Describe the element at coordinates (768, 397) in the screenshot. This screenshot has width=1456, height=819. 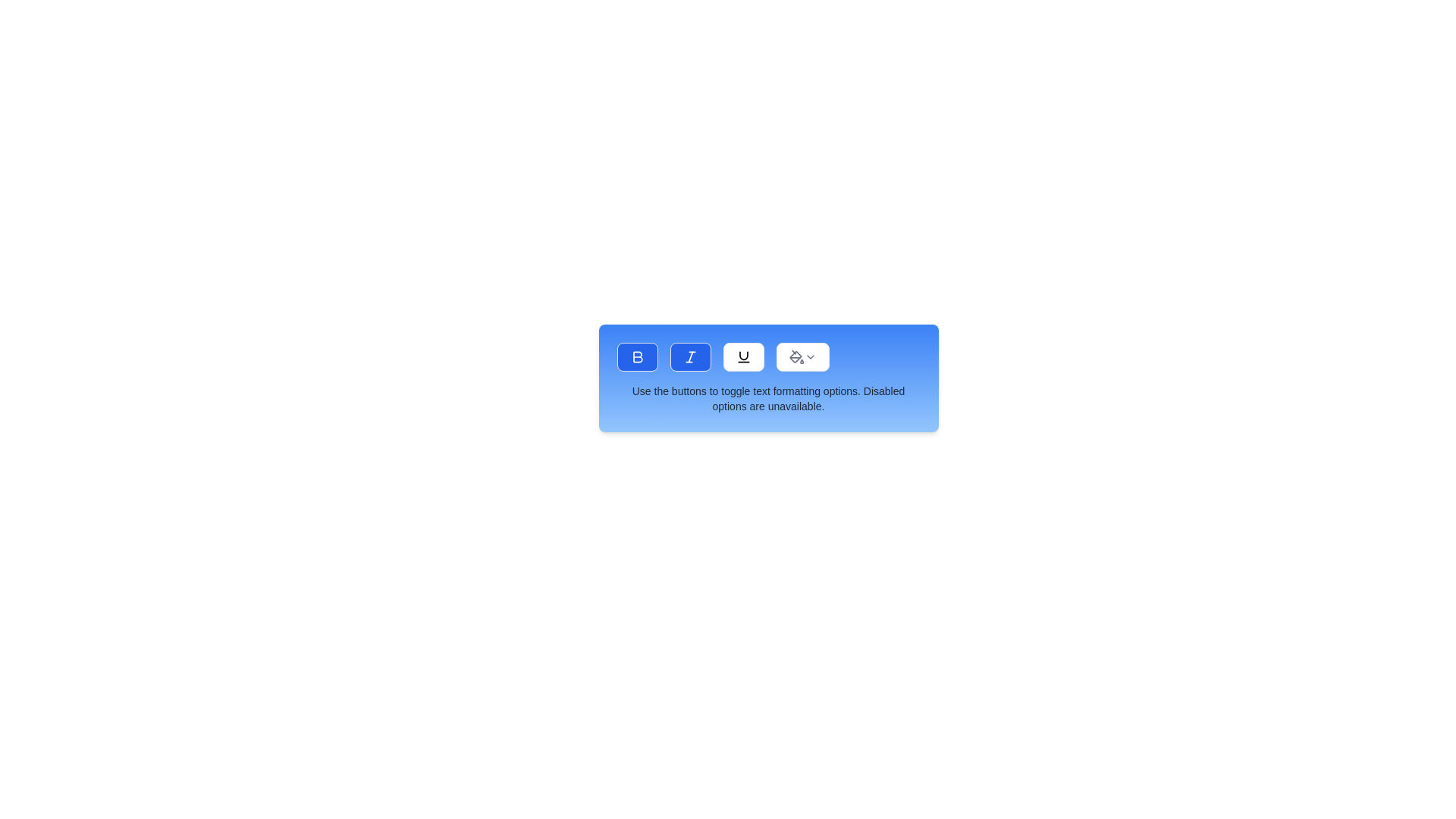
I see `text label that states 'Use the buttons to toggle text formatting options. Disabled options are unavailable.' located at the bottom of the blue-styled panel` at that location.